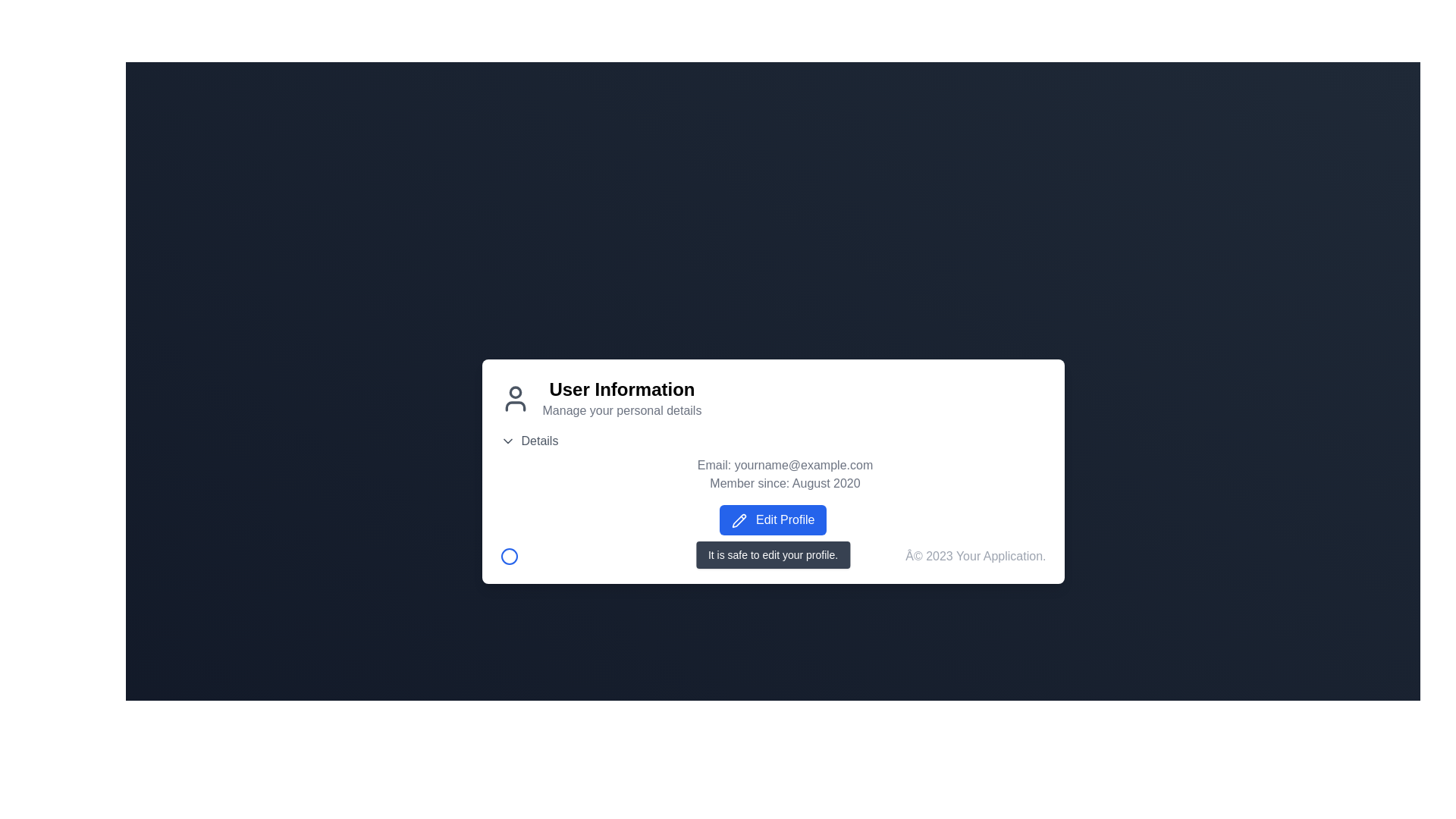 The width and height of the screenshot is (1456, 819). Describe the element at coordinates (509, 556) in the screenshot. I see `the decorative circle icon` at that location.